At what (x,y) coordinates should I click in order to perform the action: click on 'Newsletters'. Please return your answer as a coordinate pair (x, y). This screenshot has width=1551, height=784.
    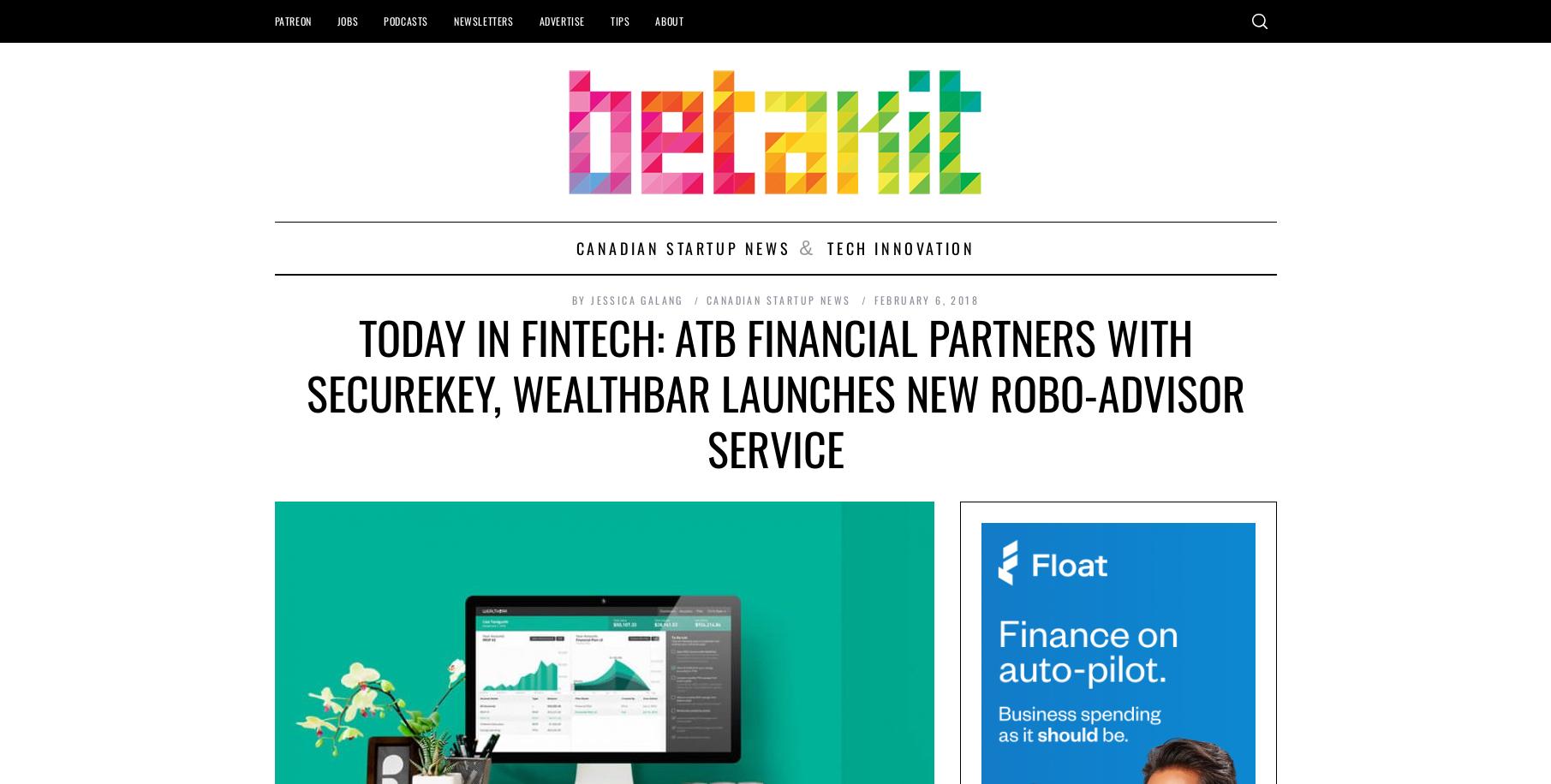
    Looking at the image, I should click on (481, 21).